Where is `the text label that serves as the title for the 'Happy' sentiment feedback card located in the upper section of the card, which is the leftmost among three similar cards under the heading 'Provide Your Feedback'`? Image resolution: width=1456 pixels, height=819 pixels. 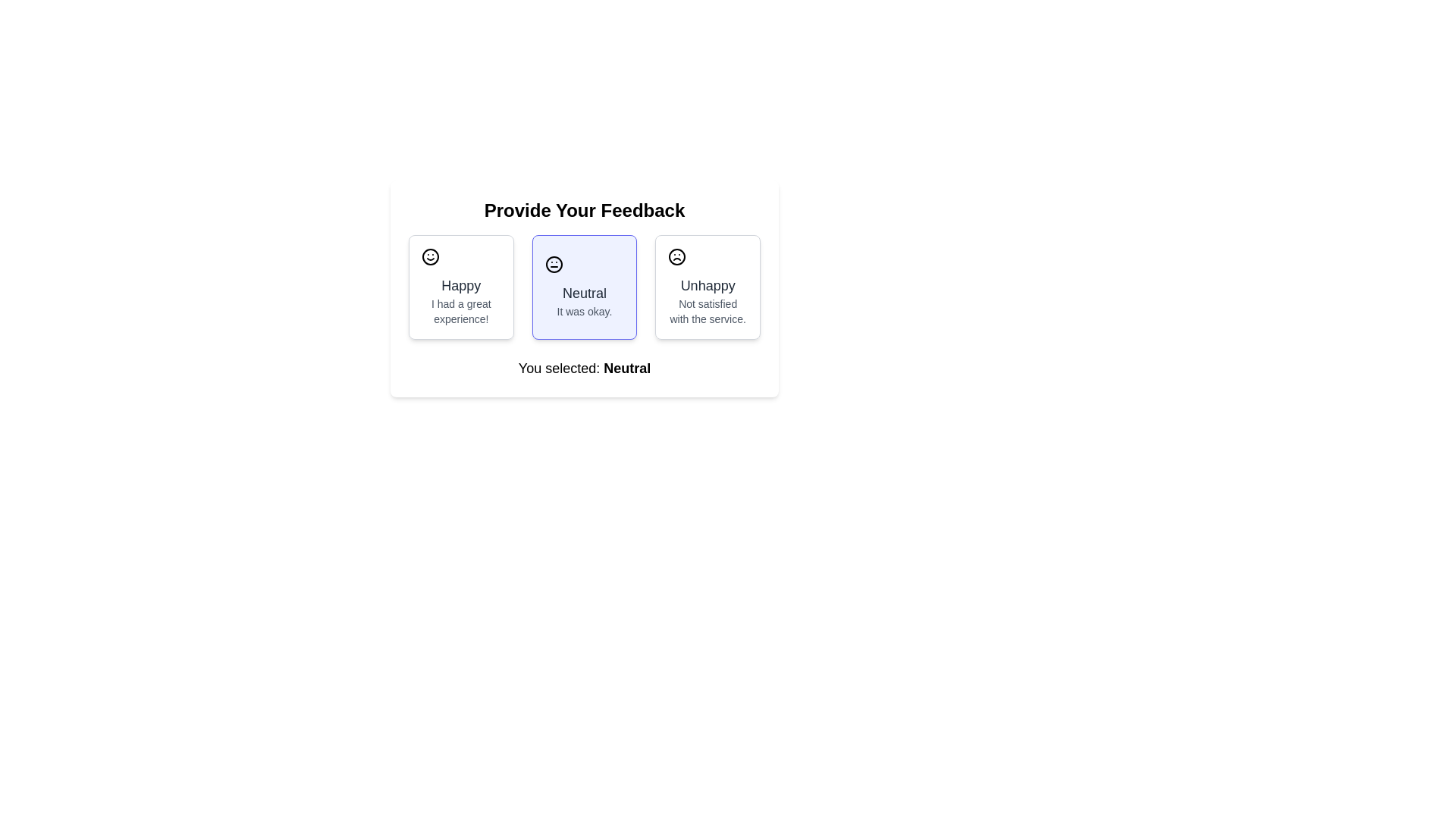
the text label that serves as the title for the 'Happy' sentiment feedback card located in the upper section of the card, which is the leftmost among three similar cards under the heading 'Provide Your Feedback' is located at coordinates (460, 286).